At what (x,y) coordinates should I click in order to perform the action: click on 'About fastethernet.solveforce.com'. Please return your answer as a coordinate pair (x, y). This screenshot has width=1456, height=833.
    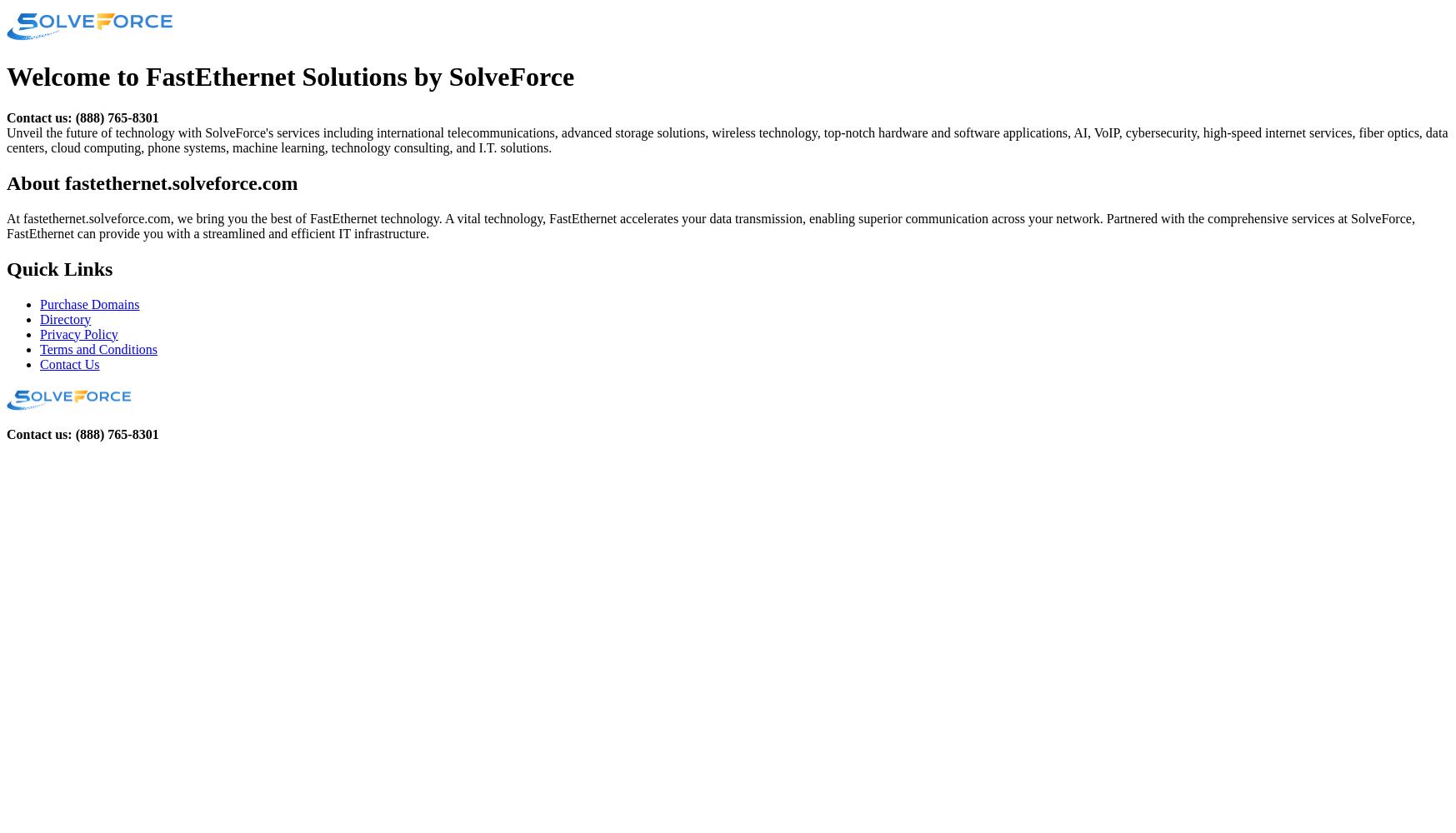
    Looking at the image, I should click on (151, 182).